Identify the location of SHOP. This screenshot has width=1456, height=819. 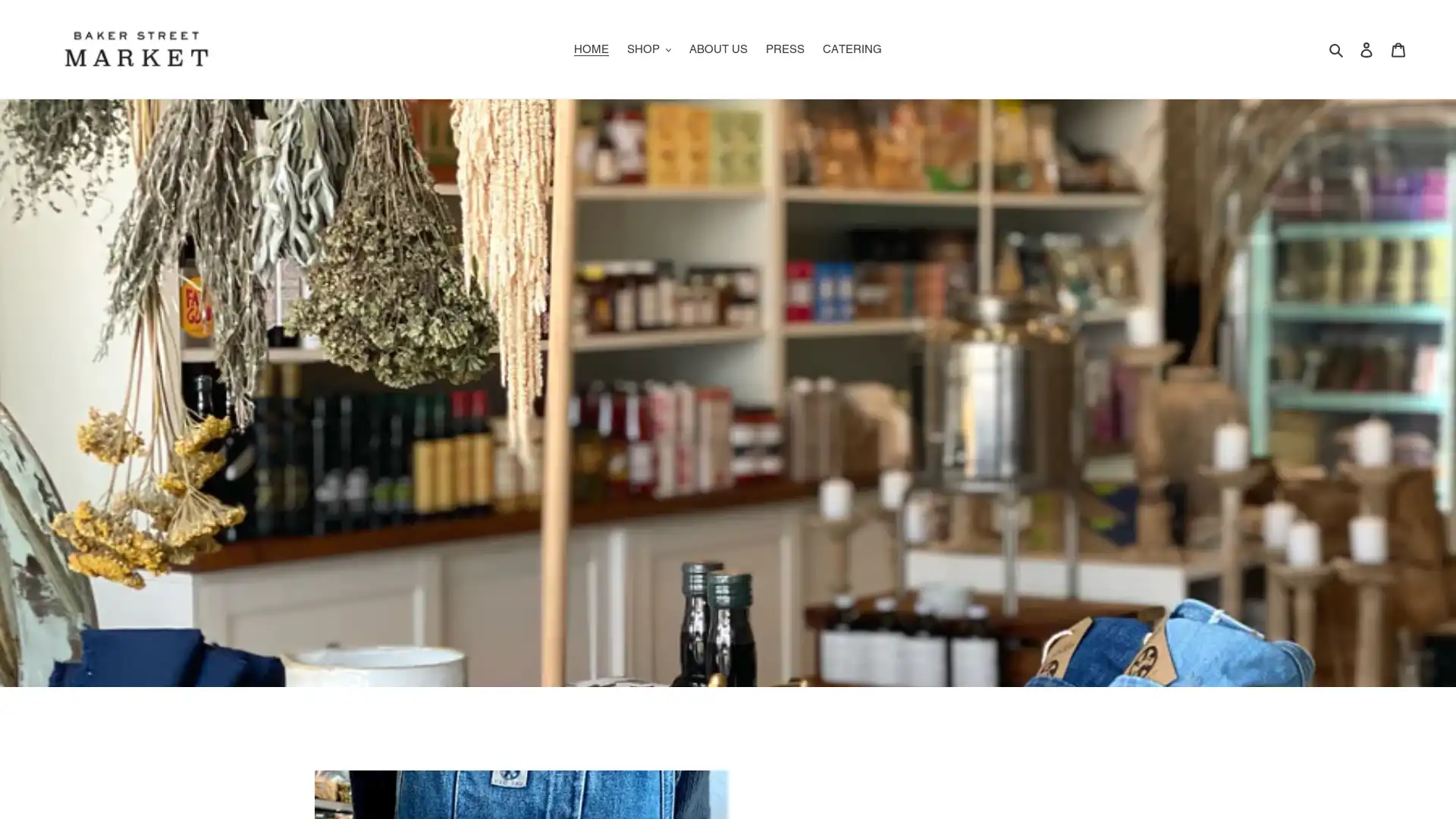
(648, 48).